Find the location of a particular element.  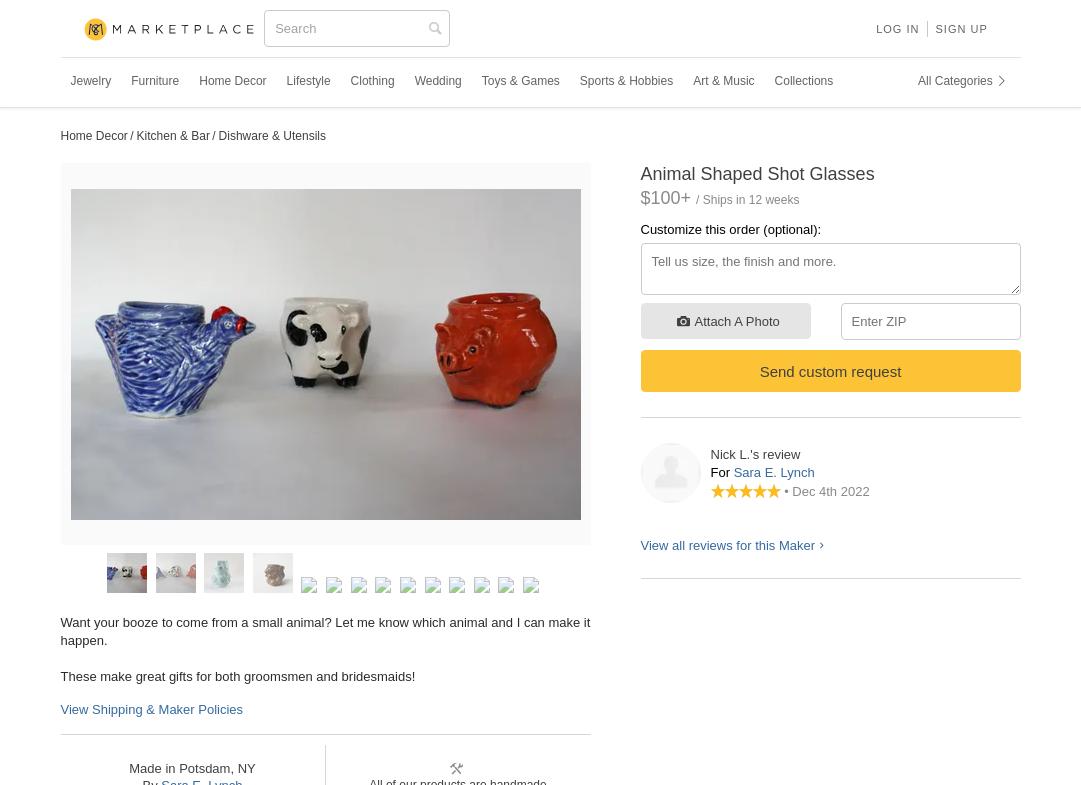

'Dishware & Utensils' is located at coordinates (218, 134).